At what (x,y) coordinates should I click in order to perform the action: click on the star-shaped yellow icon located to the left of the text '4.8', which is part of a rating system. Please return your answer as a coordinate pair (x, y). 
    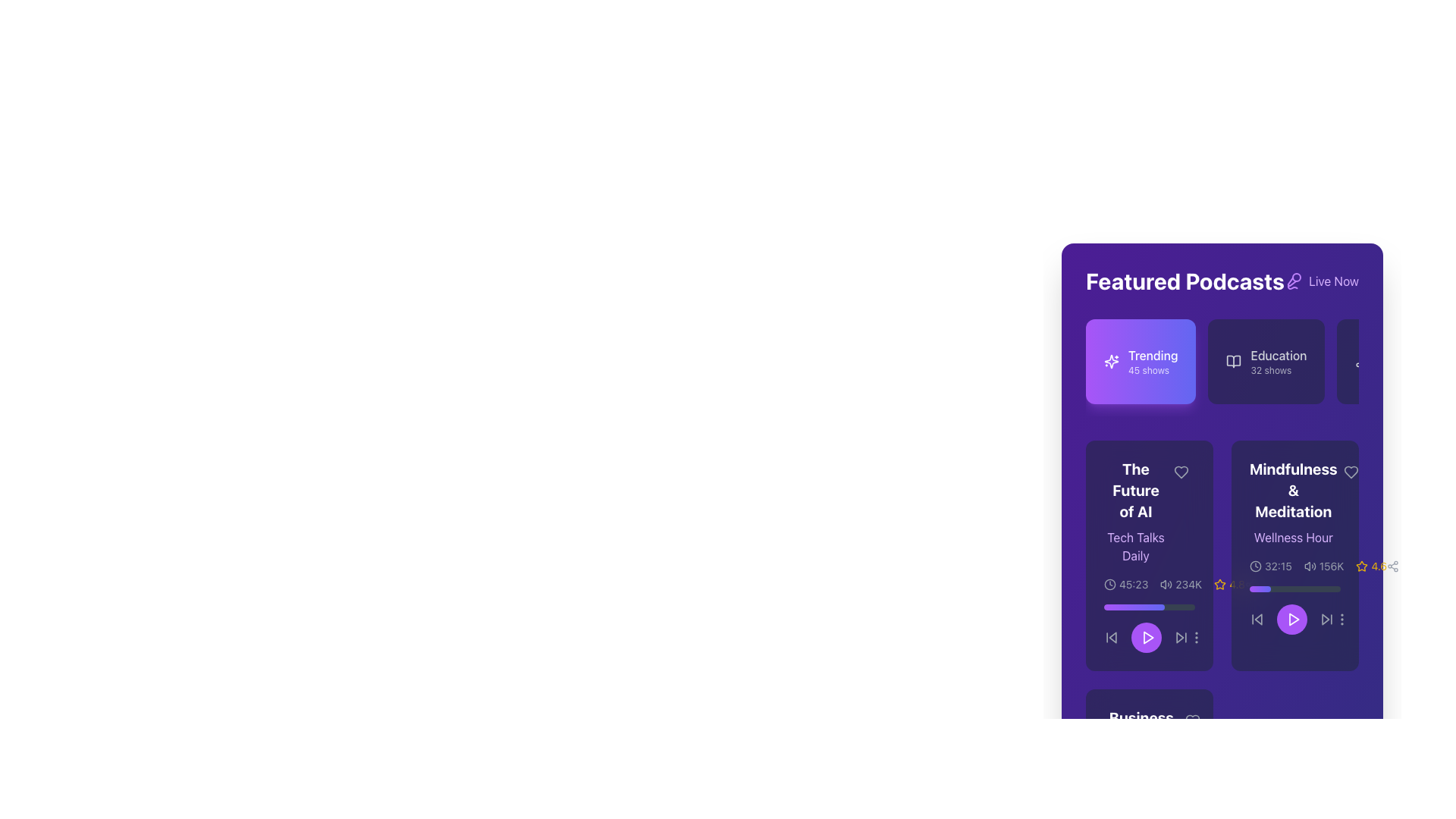
    Looking at the image, I should click on (1220, 584).